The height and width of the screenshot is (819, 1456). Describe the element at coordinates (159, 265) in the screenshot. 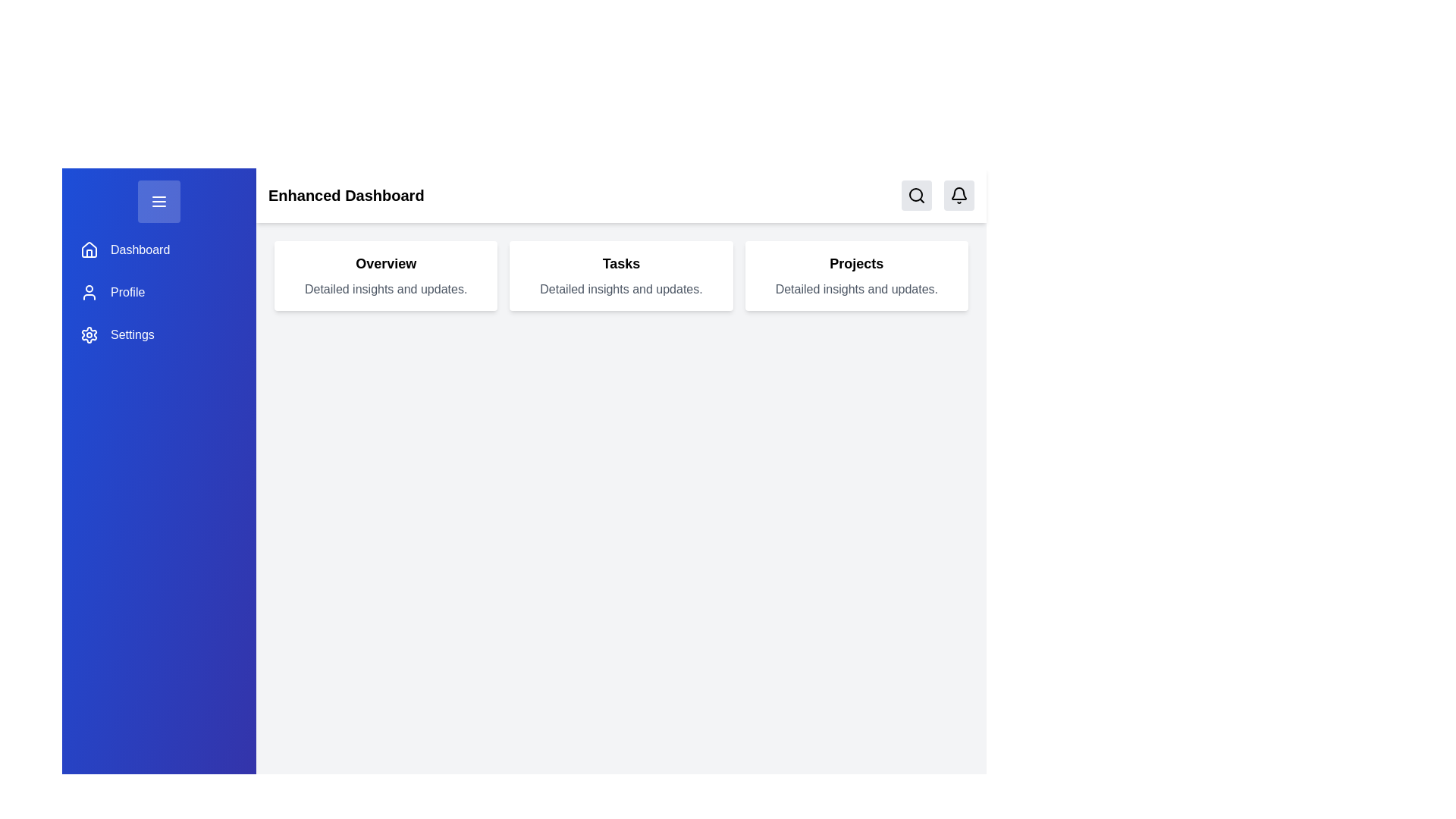

I see `the Sidebar menu` at that location.